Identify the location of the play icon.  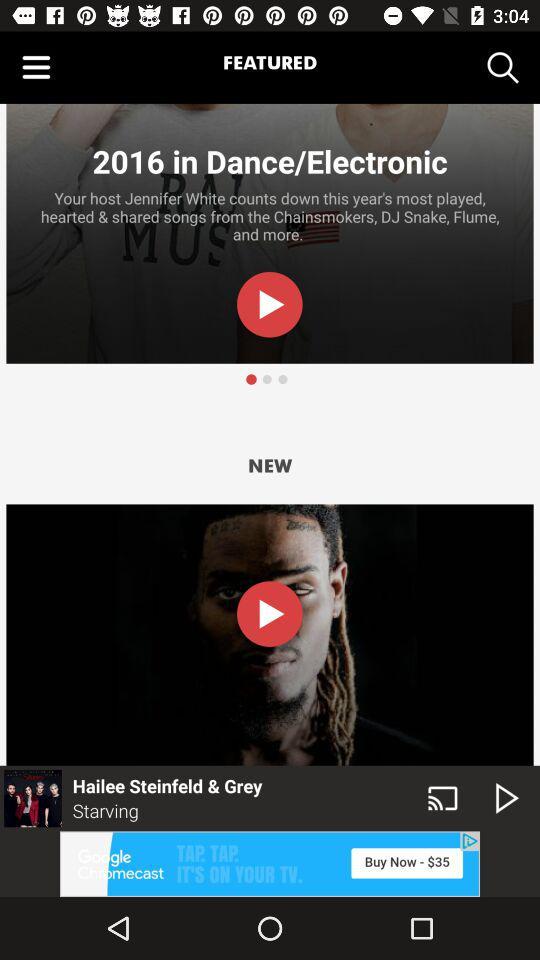
(507, 798).